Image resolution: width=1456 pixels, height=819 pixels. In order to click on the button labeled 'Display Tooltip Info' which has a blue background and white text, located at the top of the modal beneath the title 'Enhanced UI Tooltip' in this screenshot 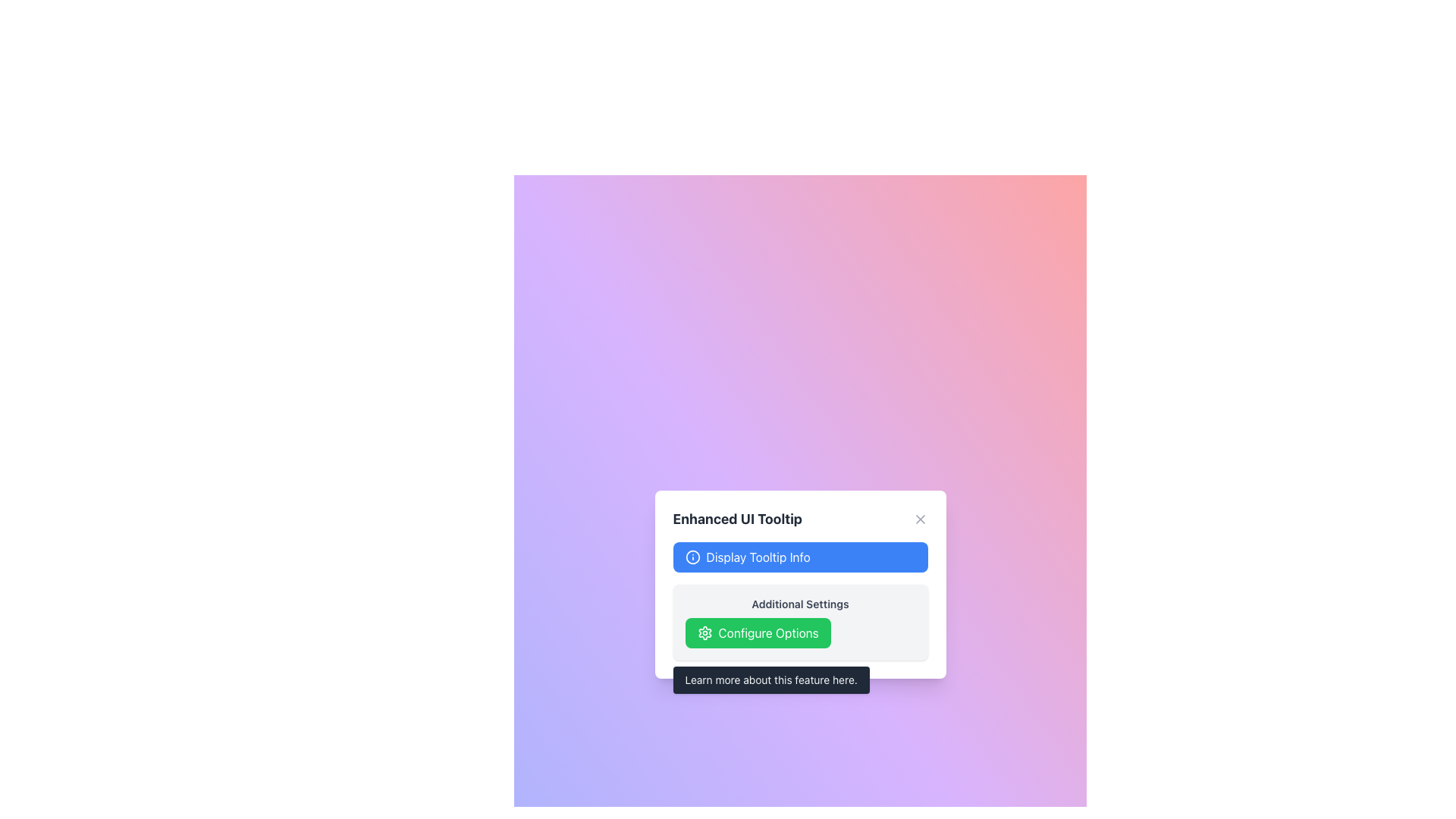, I will do `click(799, 557)`.